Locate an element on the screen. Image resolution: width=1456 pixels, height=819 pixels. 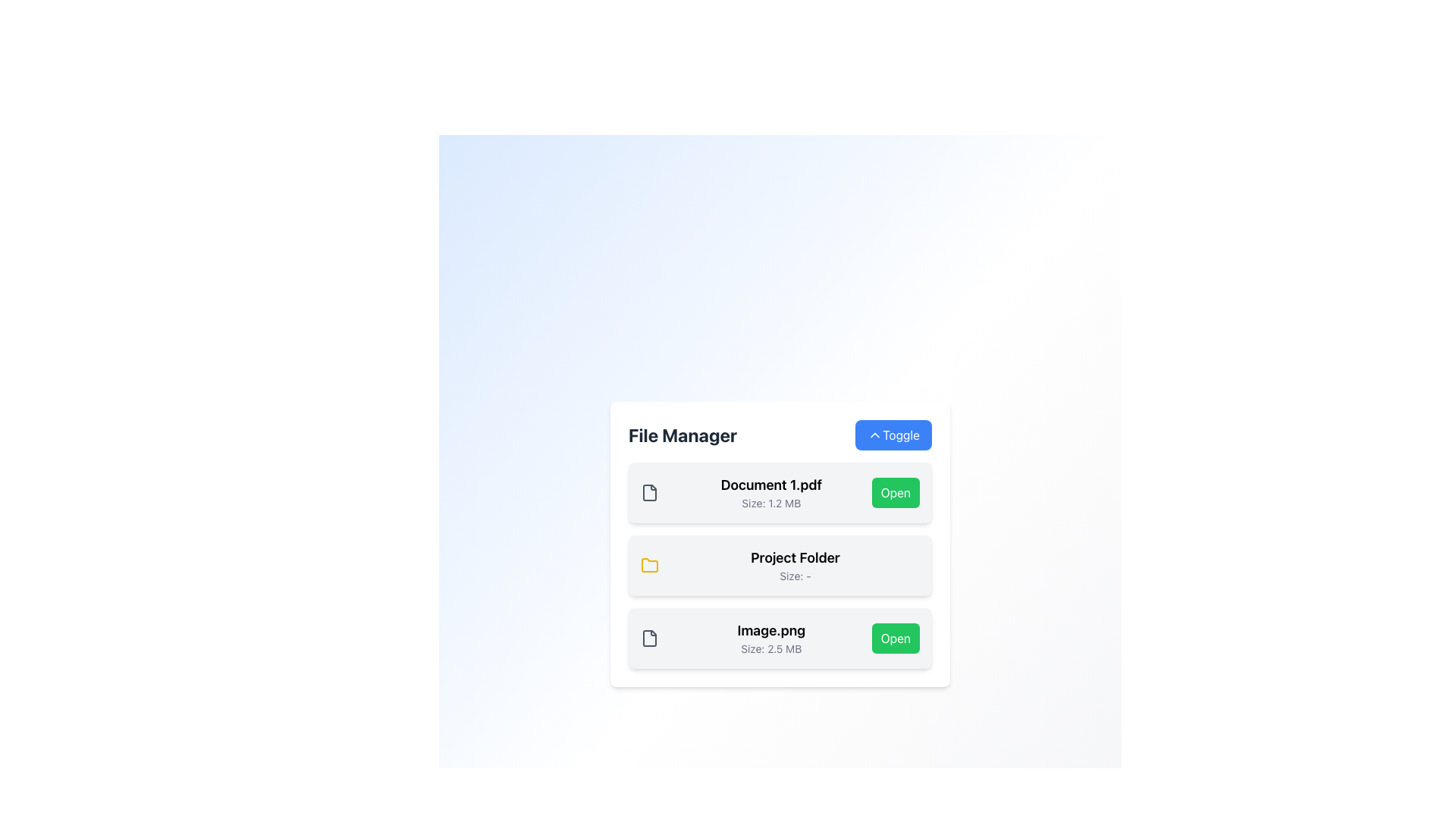
the 'Open' button located to the right of the 'Image.png' label in the file listing is located at coordinates (895, 638).